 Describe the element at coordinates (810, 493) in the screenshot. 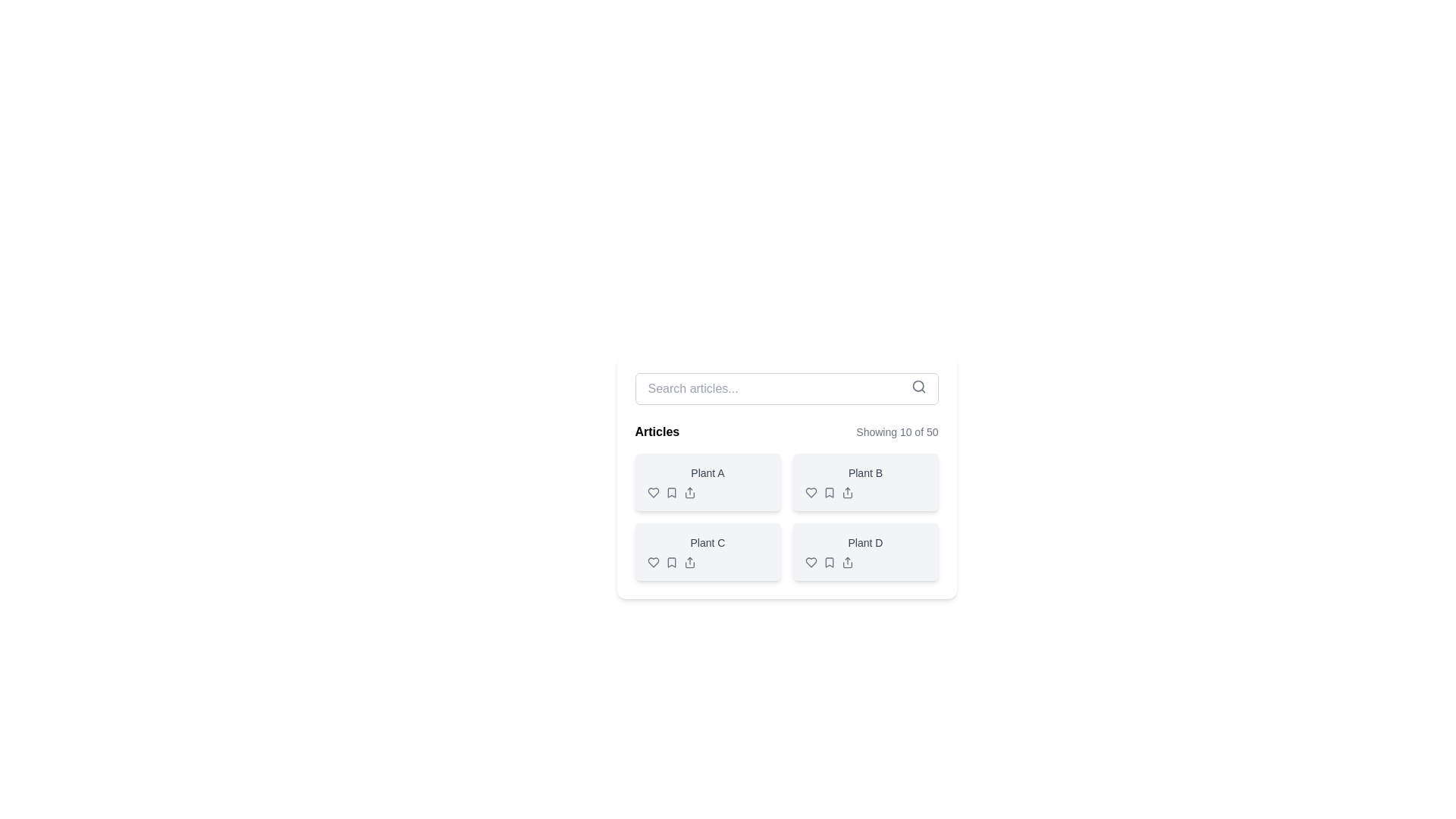

I see `the heart-shaped icon located at the bottom of the 'Plant B' card, which signifies a liking or favoriting functionality` at that location.